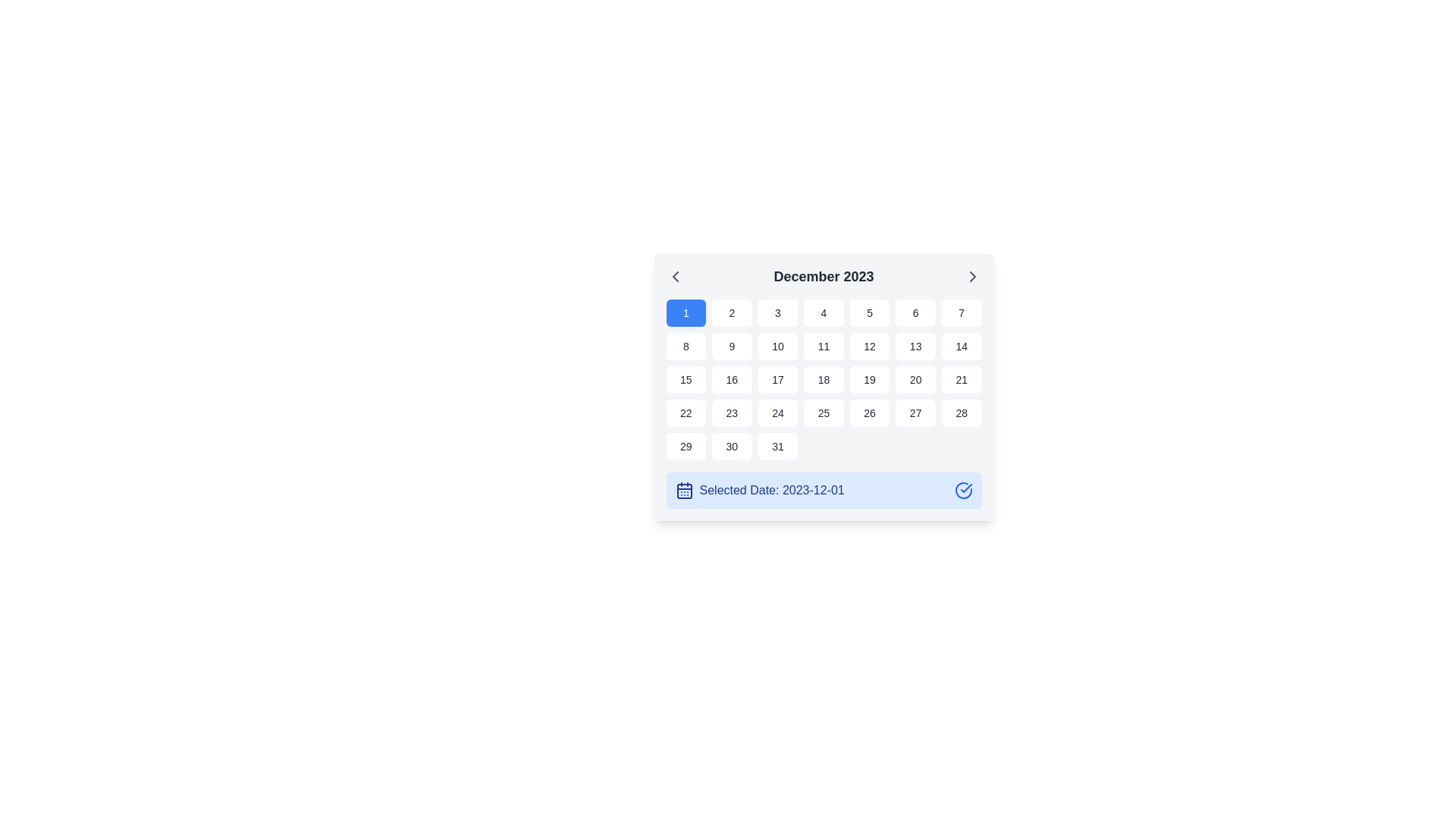 This screenshot has width=1456, height=819. What do you see at coordinates (685, 446) in the screenshot?
I see `the date selection button for the date '29' in the calendar interface` at bounding box center [685, 446].